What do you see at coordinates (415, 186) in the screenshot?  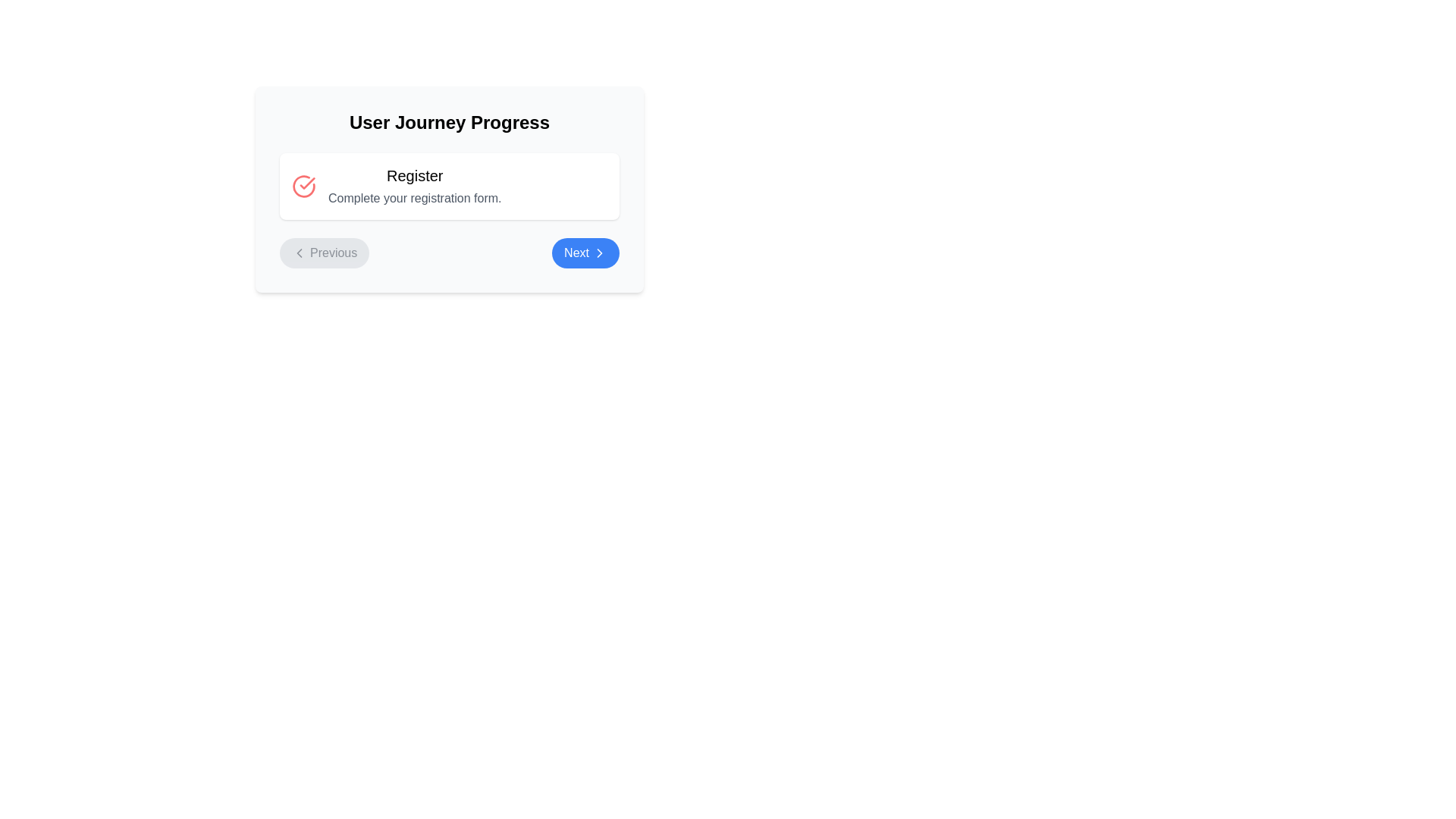 I see `the text display element titled 'Register' with the description 'Complete your registration form.'` at bounding box center [415, 186].